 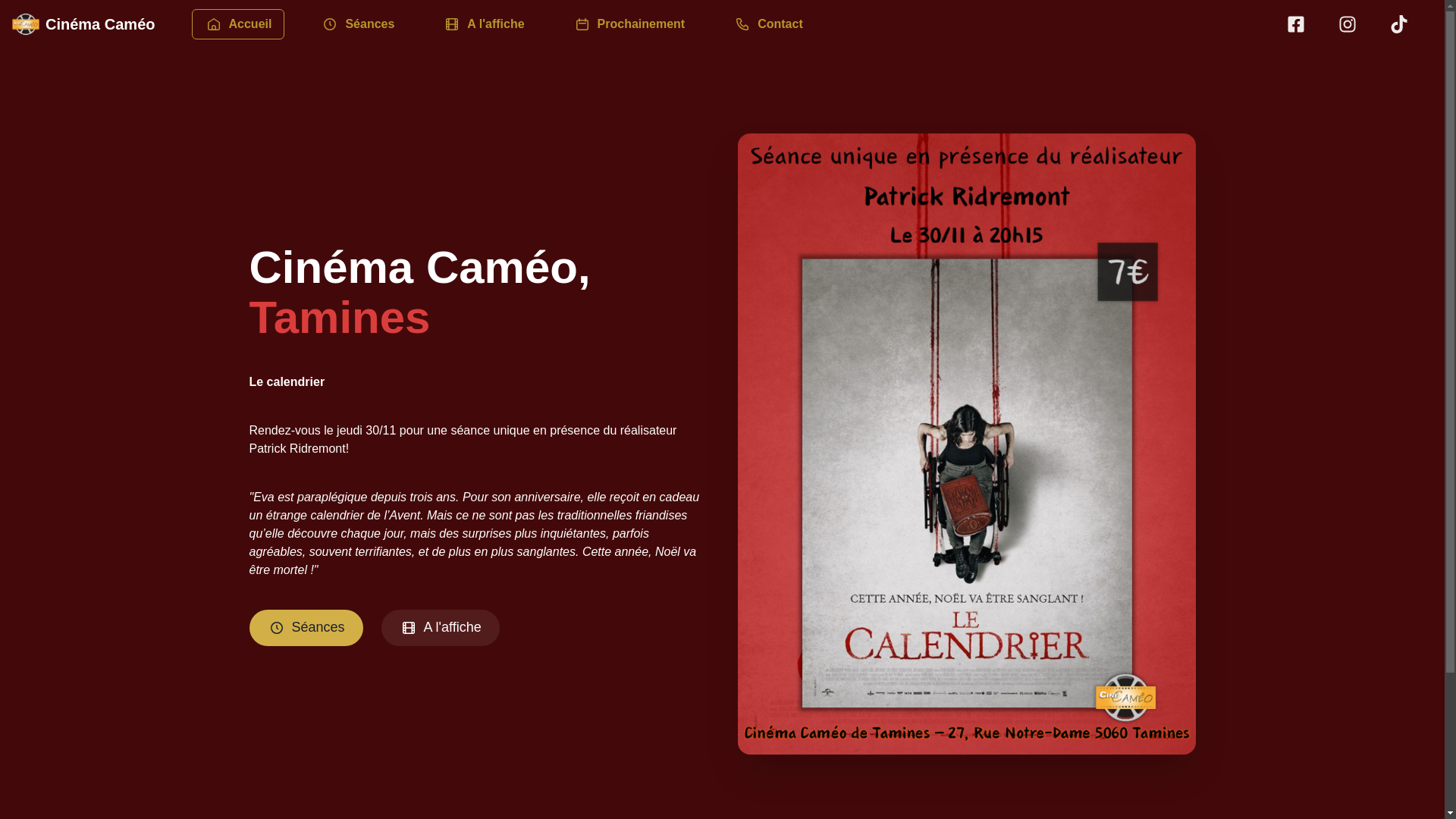 What do you see at coordinates (554, 23) in the screenshot?
I see `'Prochainement'` at bounding box center [554, 23].